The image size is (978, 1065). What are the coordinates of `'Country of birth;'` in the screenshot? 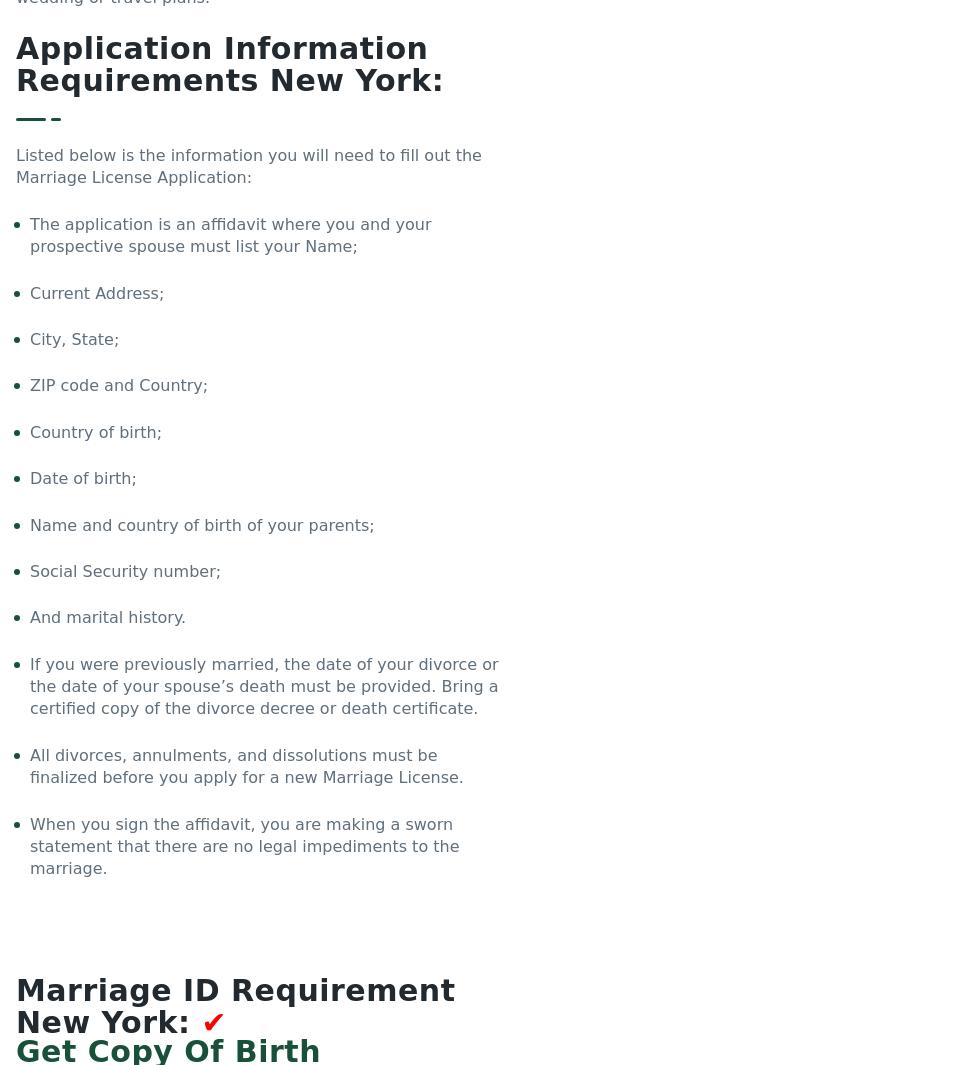 It's located at (96, 430).